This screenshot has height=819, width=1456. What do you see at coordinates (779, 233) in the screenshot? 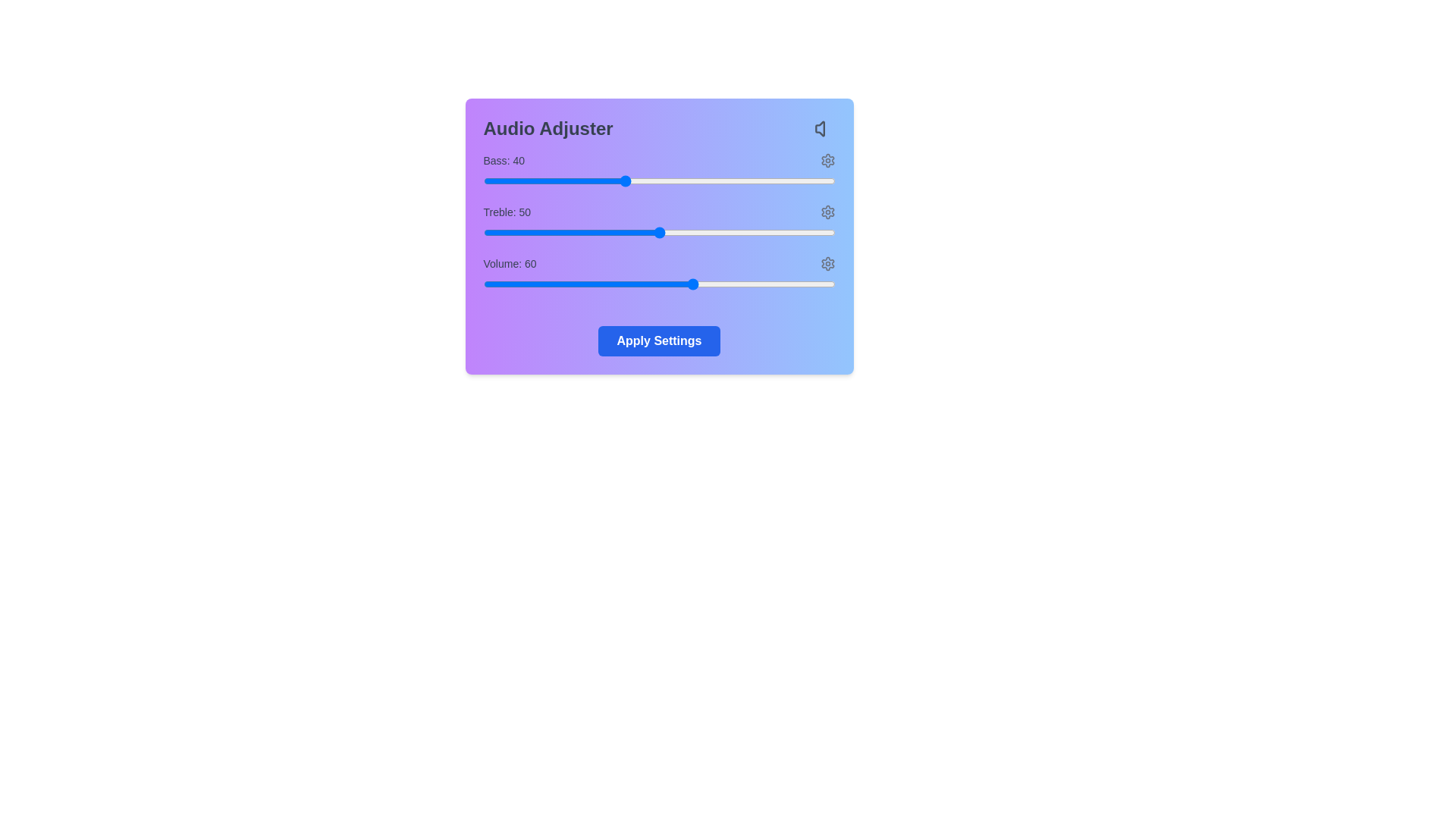
I see `the treble level` at bounding box center [779, 233].